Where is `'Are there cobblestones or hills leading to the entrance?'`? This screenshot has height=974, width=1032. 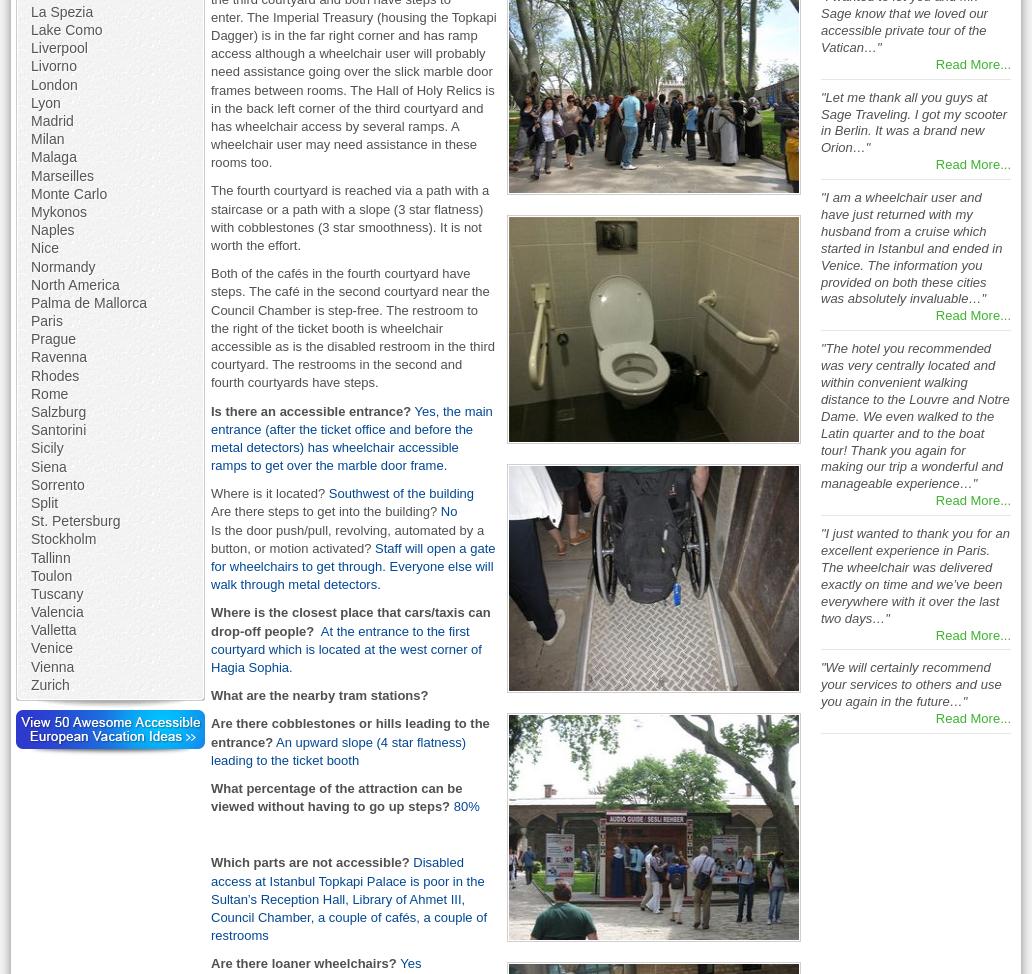 'Are there cobblestones or hills leading to the entrance?' is located at coordinates (349, 731).